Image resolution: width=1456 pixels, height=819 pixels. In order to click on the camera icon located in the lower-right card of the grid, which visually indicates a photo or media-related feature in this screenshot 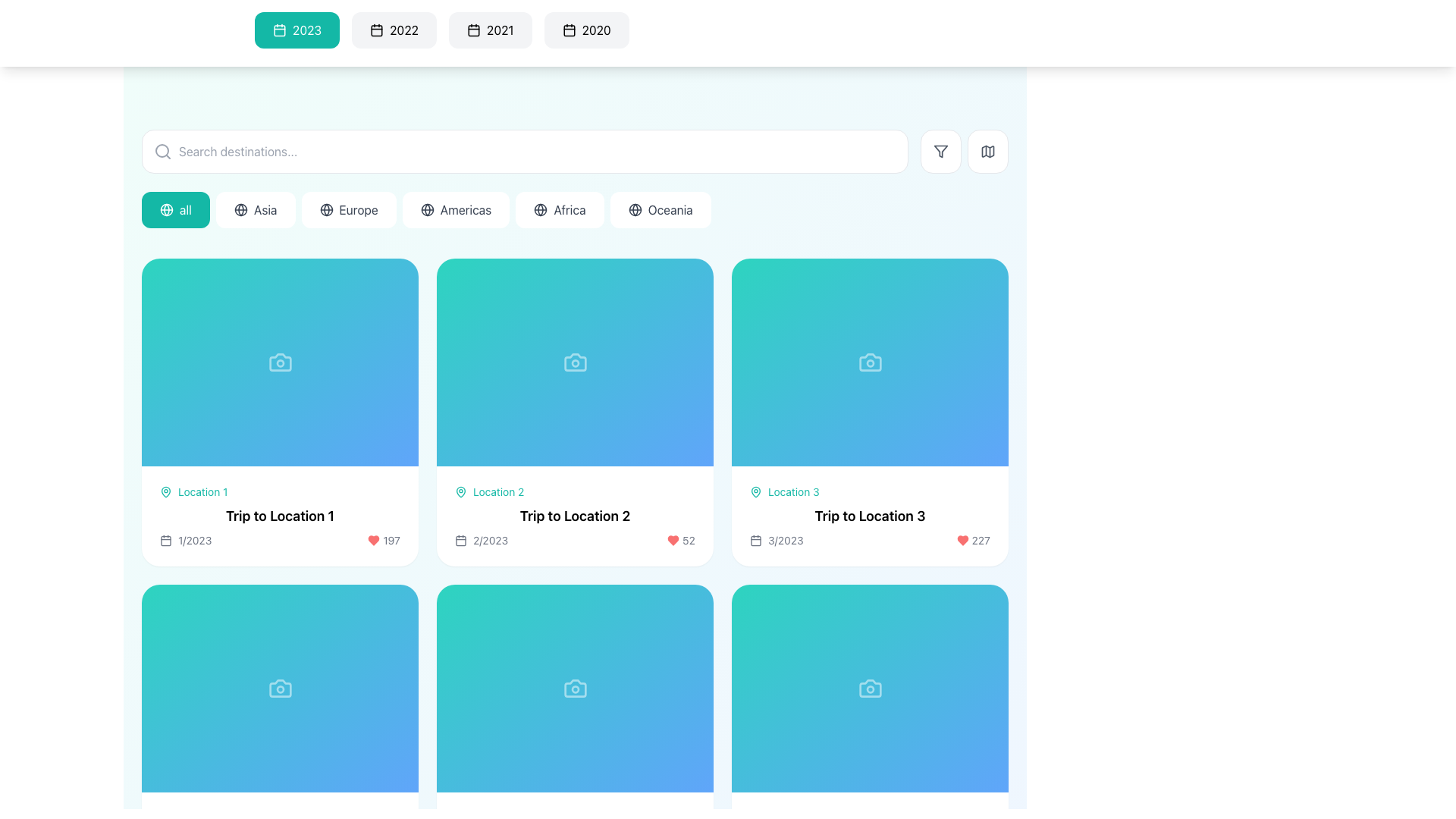, I will do `click(870, 688)`.